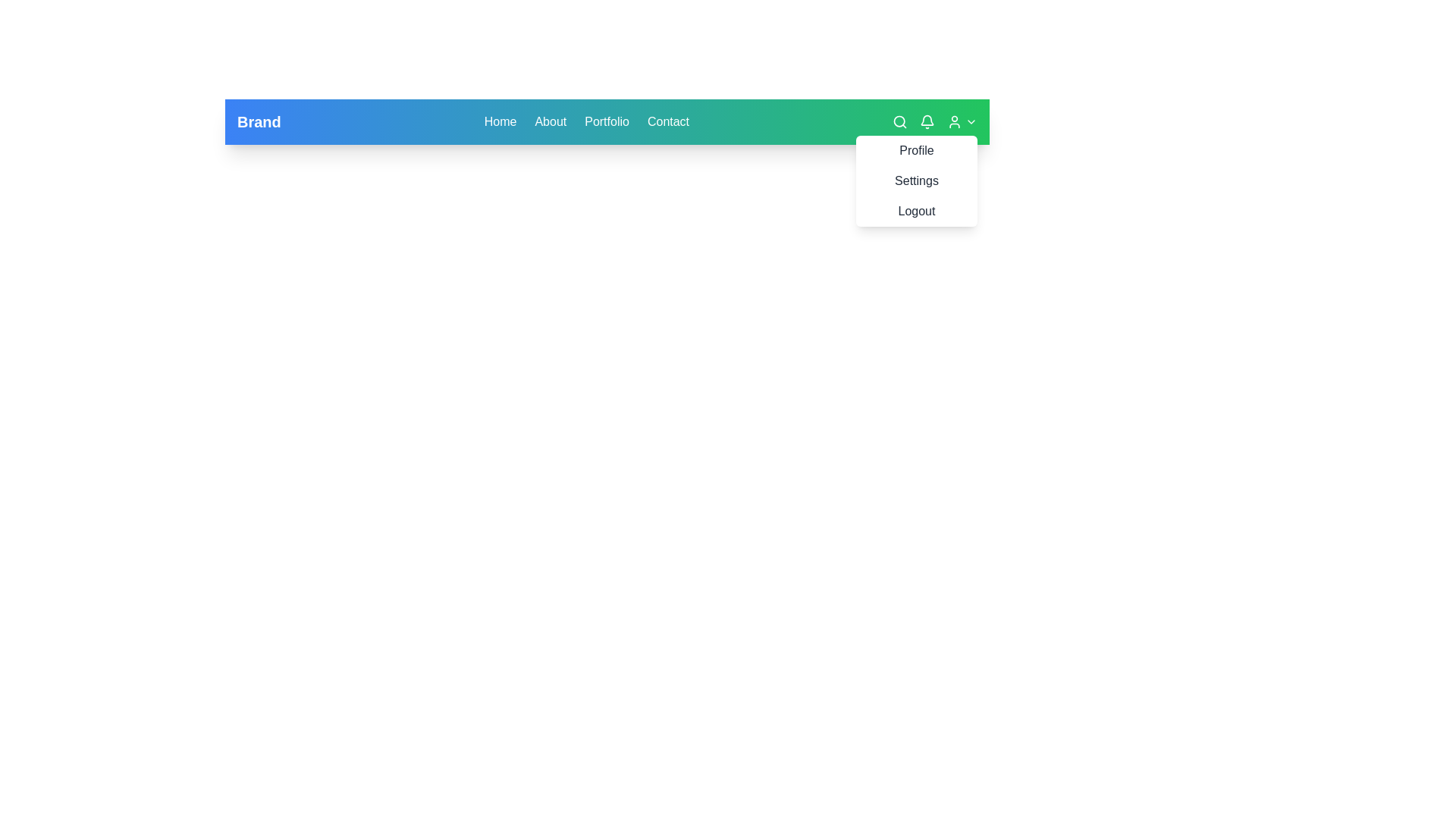 This screenshot has width=1456, height=819. Describe the element at coordinates (607, 121) in the screenshot. I see `the 'Portfolio' hyperlink in the top-right navigation menu` at that location.